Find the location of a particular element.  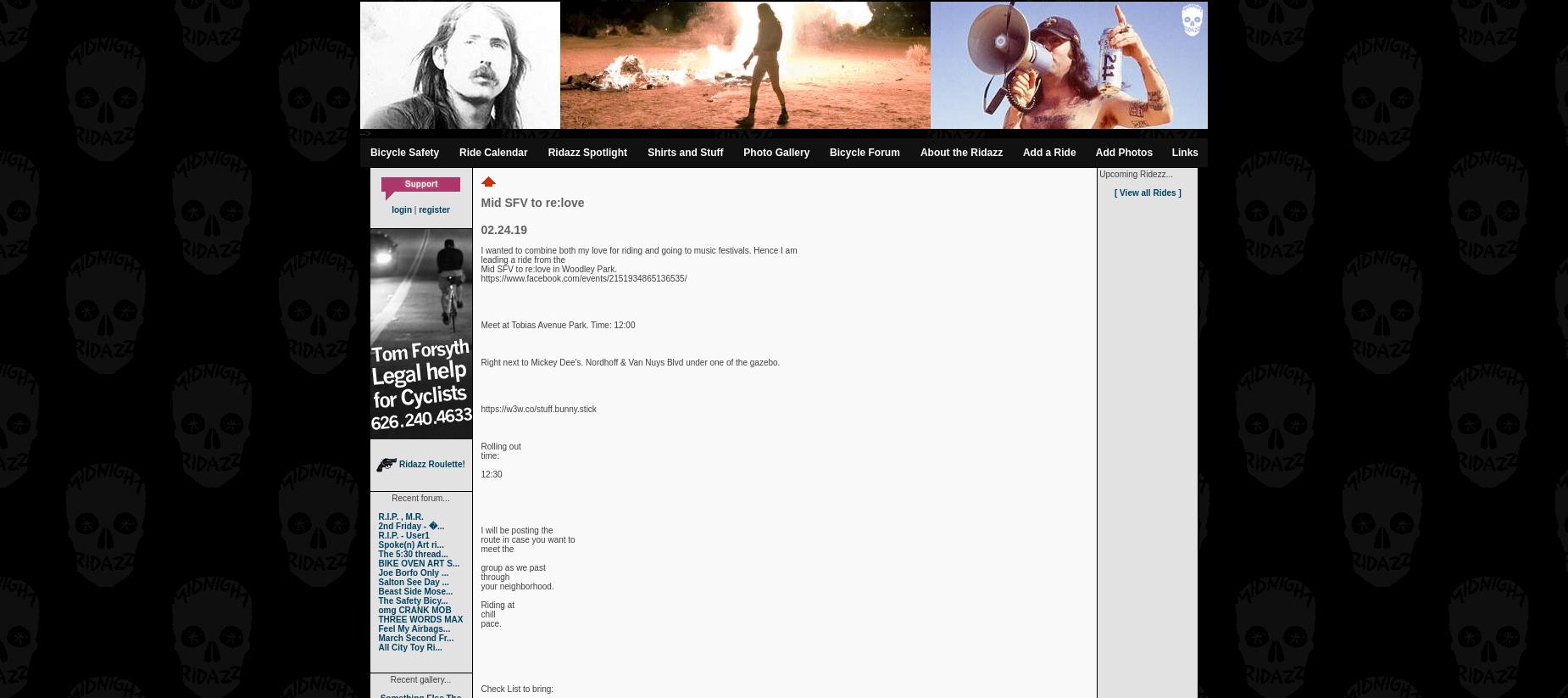

'omg CRANK MOB' is located at coordinates (414, 610).